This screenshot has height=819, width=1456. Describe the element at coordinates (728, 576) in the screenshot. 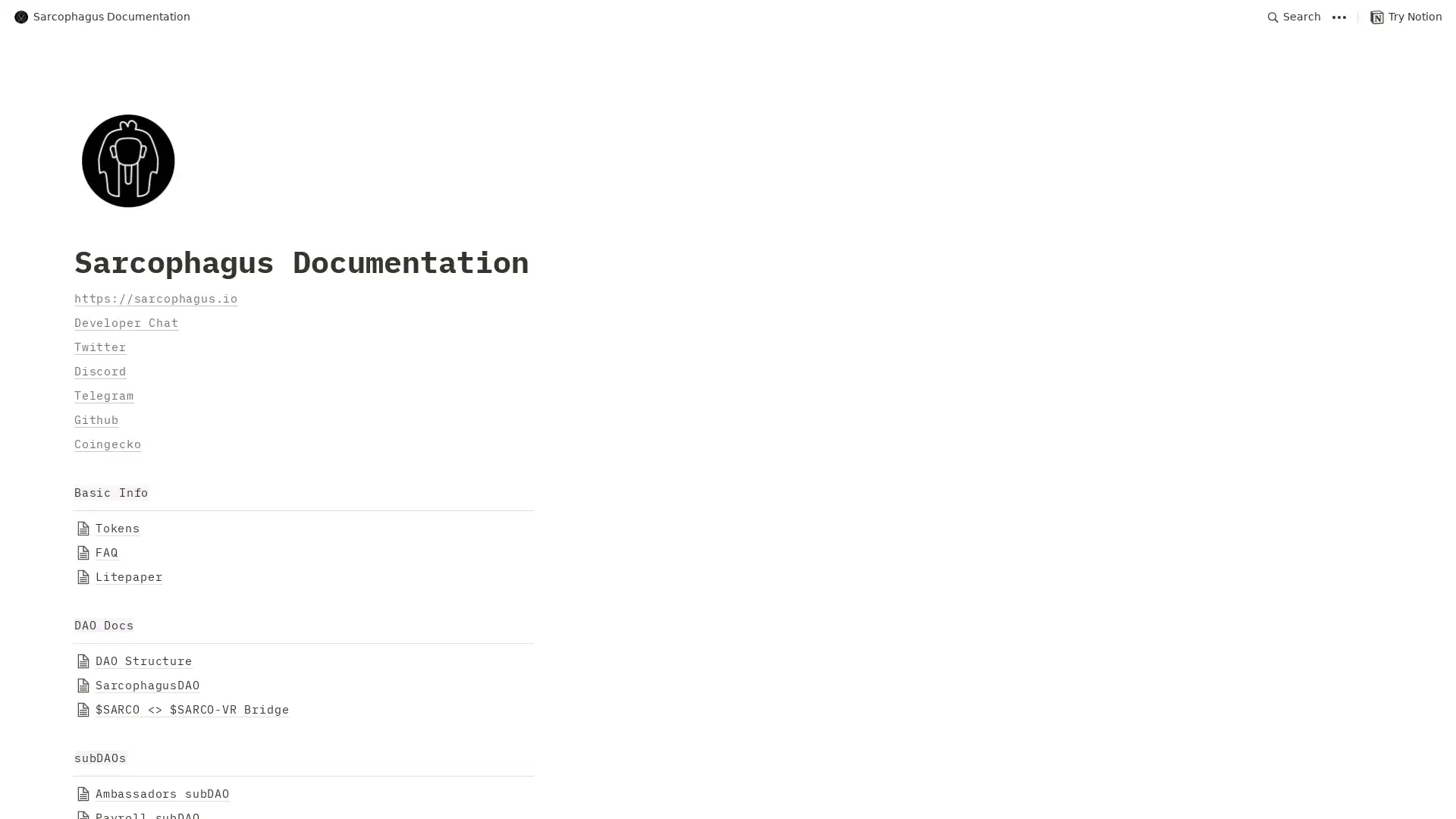

I see `Litepaper` at that location.